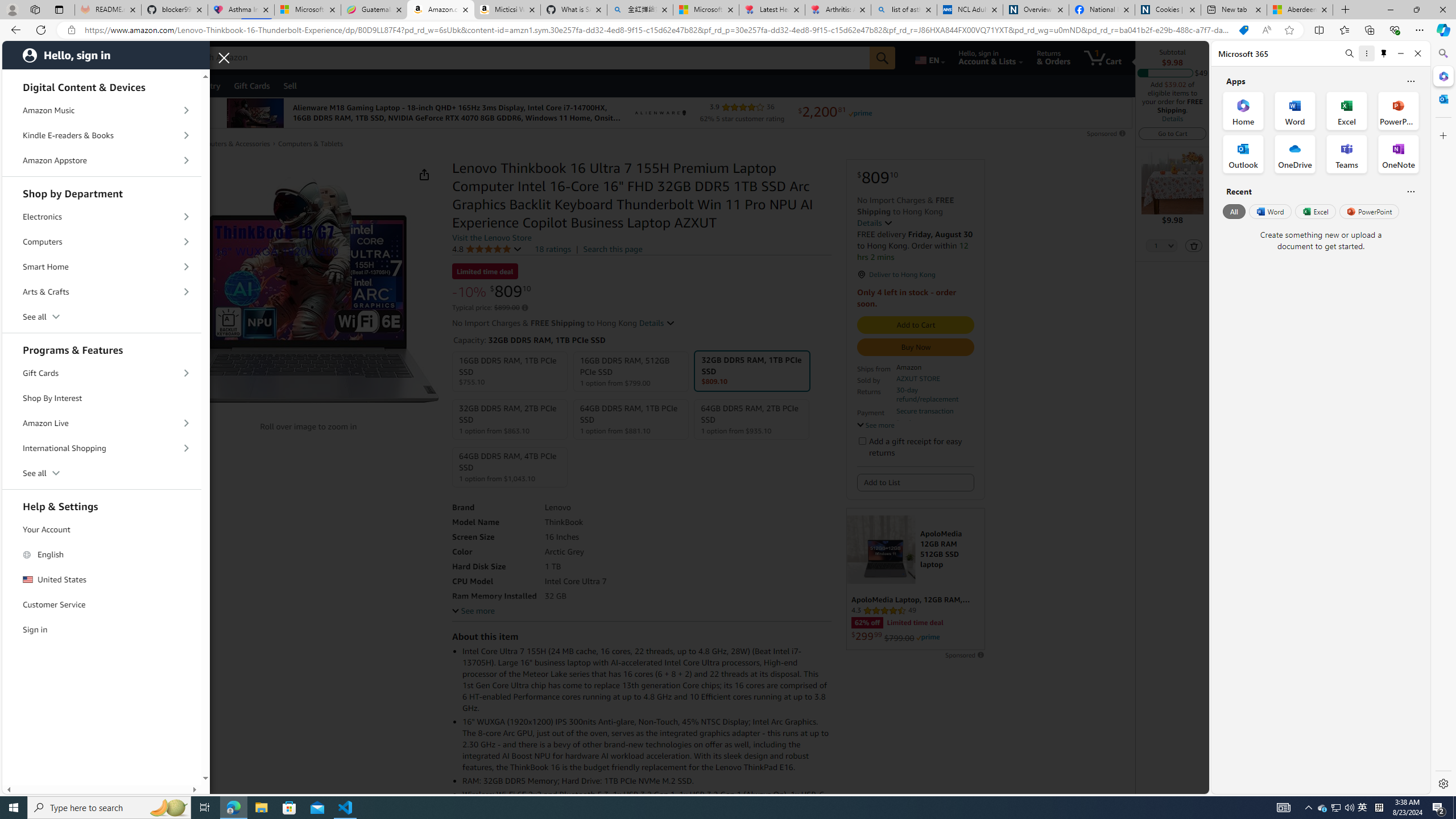 The height and width of the screenshot is (819, 1456). I want to click on 'English', so click(102, 554).